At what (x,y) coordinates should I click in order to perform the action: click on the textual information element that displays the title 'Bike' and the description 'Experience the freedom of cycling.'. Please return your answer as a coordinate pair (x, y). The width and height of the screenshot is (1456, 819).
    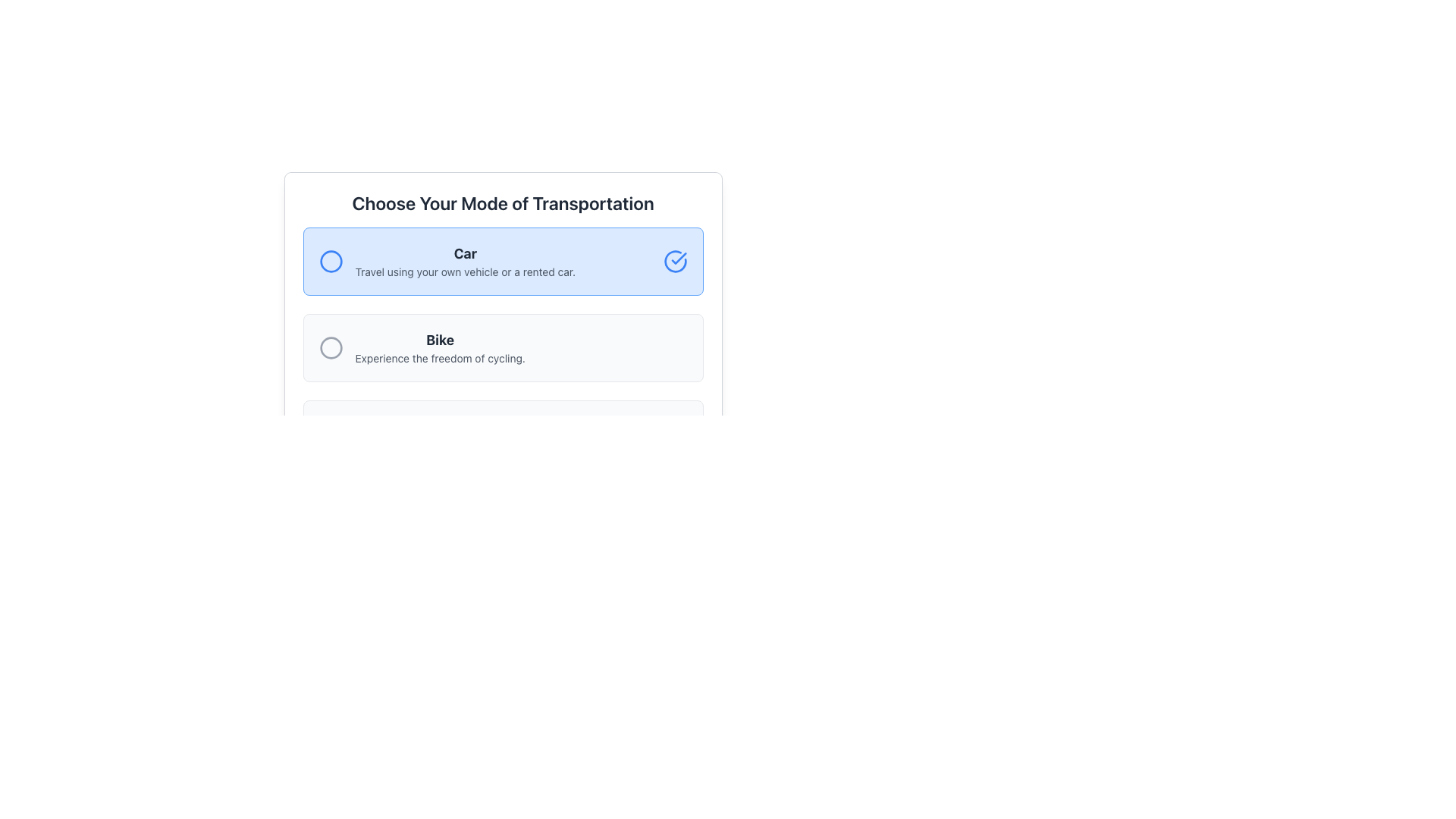
    Looking at the image, I should click on (439, 348).